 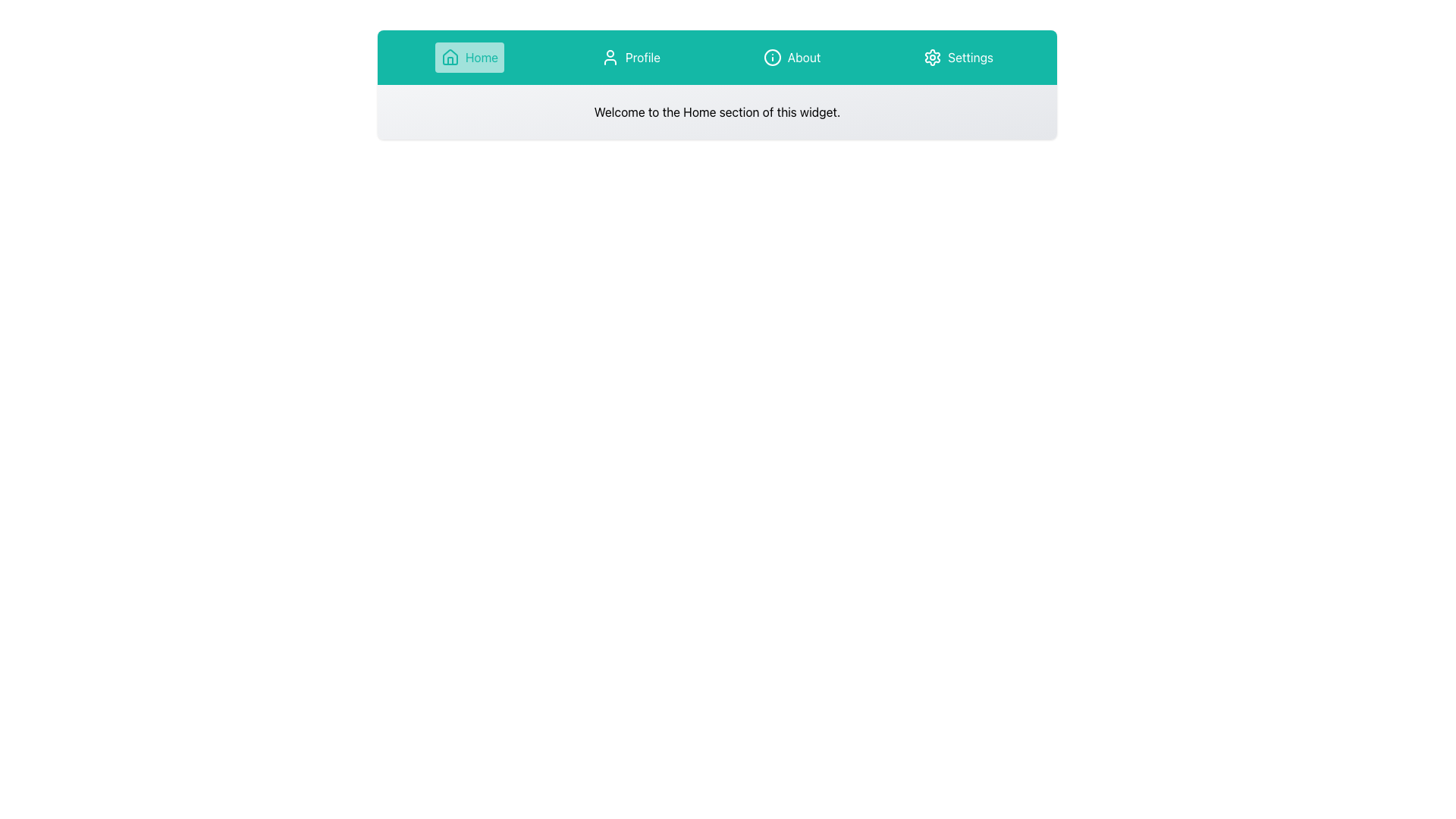 What do you see at coordinates (449, 56) in the screenshot?
I see `the 'Home' icon in the navigation bar` at bounding box center [449, 56].